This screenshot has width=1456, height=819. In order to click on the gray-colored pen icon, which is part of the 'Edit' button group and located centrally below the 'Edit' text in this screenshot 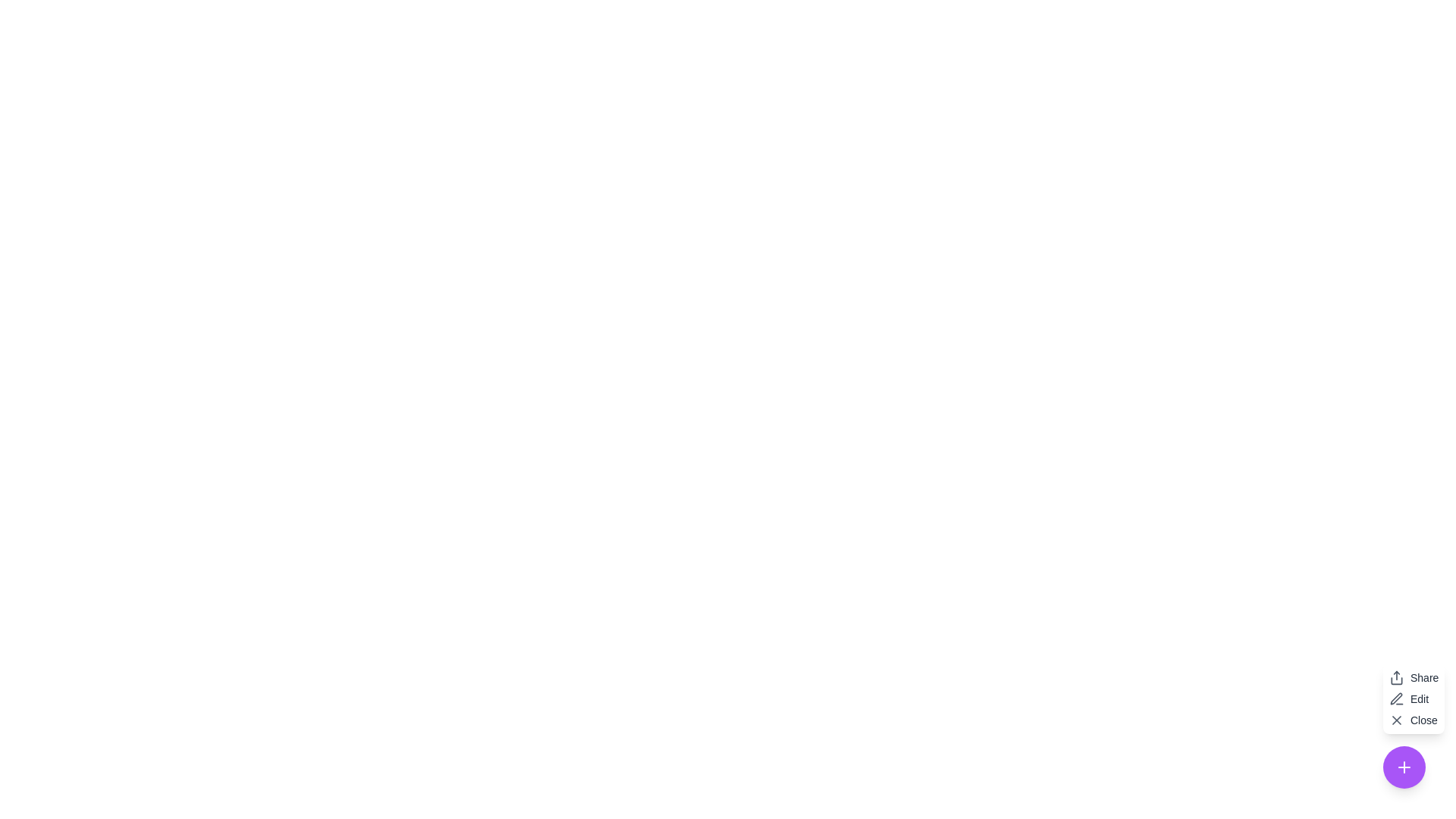, I will do `click(1396, 698)`.